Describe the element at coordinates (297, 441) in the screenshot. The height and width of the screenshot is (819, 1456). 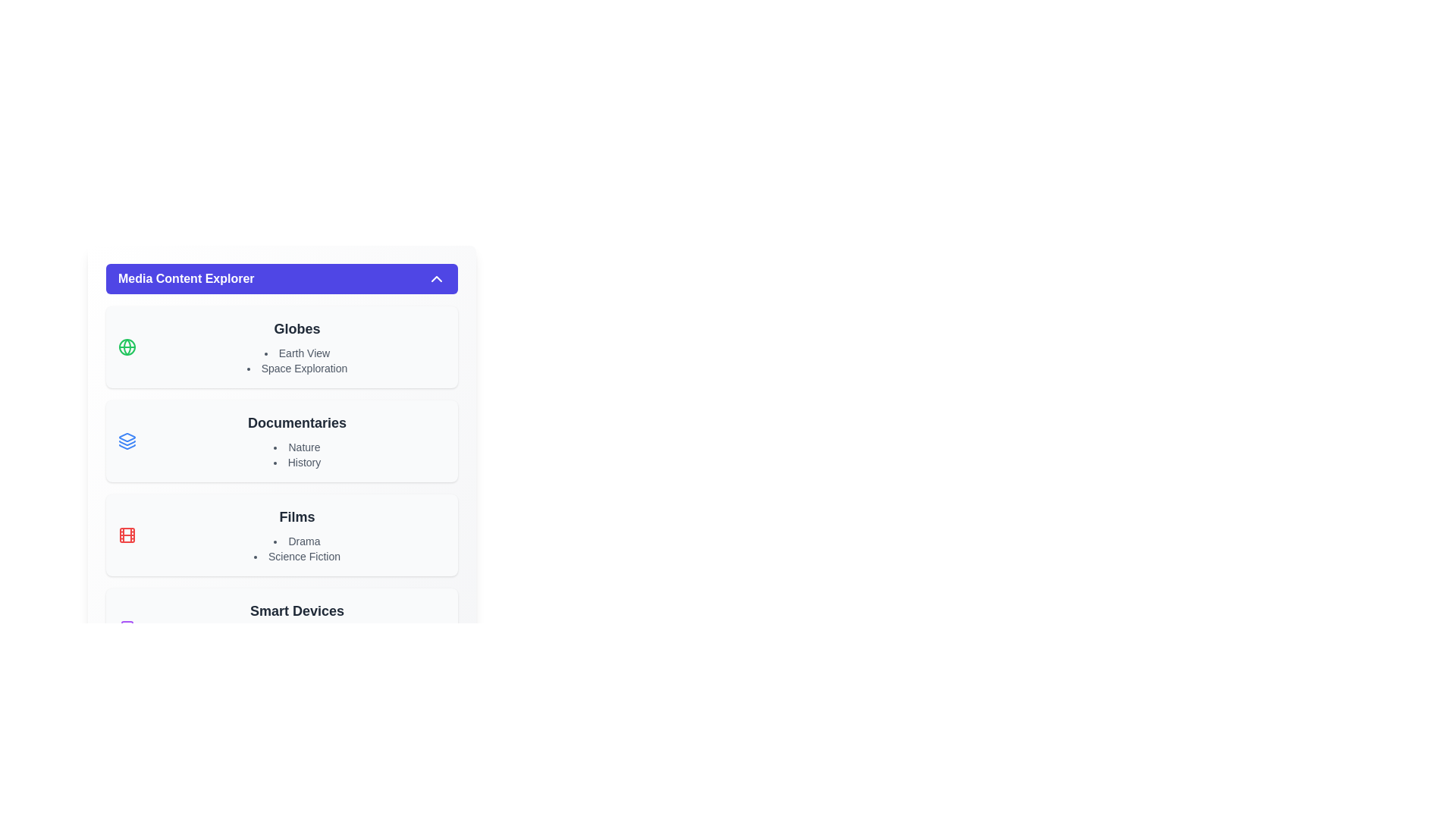
I see `the 'Documentaries' navigational element, which is the second entry in the list view` at that location.